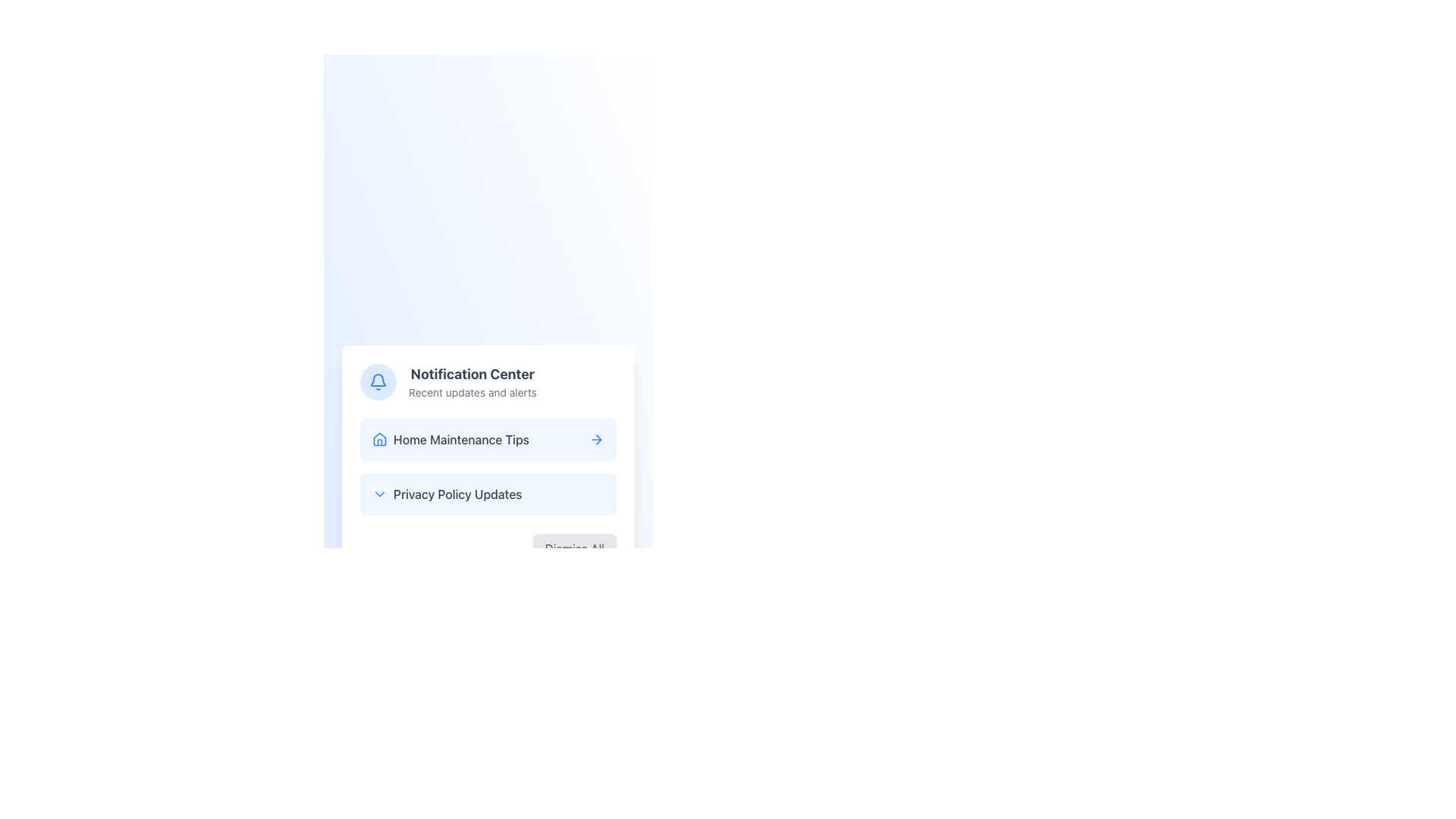 The image size is (1456, 819). Describe the element at coordinates (488, 494) in the screenshot. I see `the 'Privacy Policy Updates' Collapsible List Item Header` at that location.